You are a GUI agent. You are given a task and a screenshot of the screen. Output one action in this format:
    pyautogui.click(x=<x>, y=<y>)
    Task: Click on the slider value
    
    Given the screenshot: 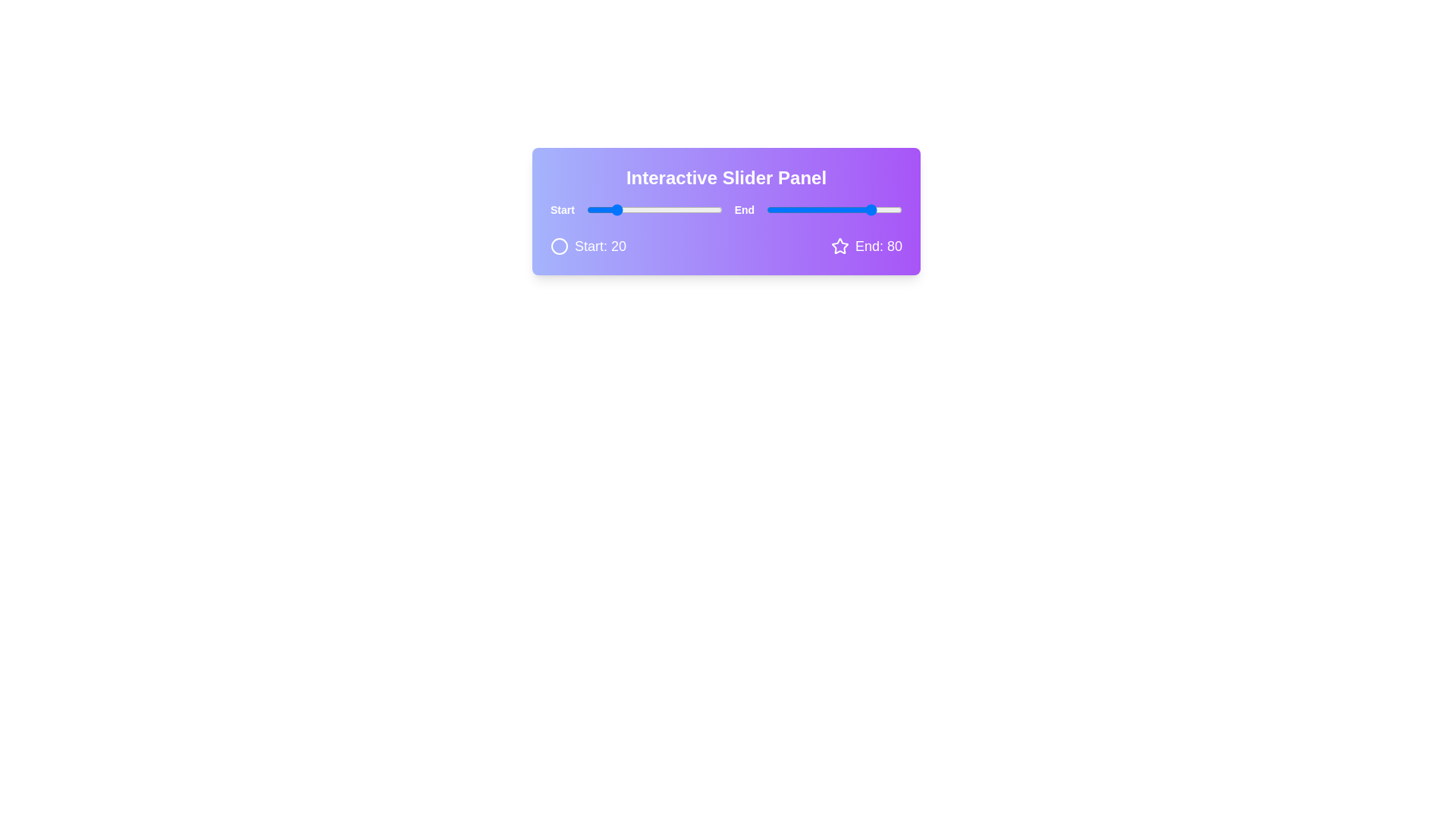 What is the action you would take?
    pyautogui.click(x=632, y=210)
    